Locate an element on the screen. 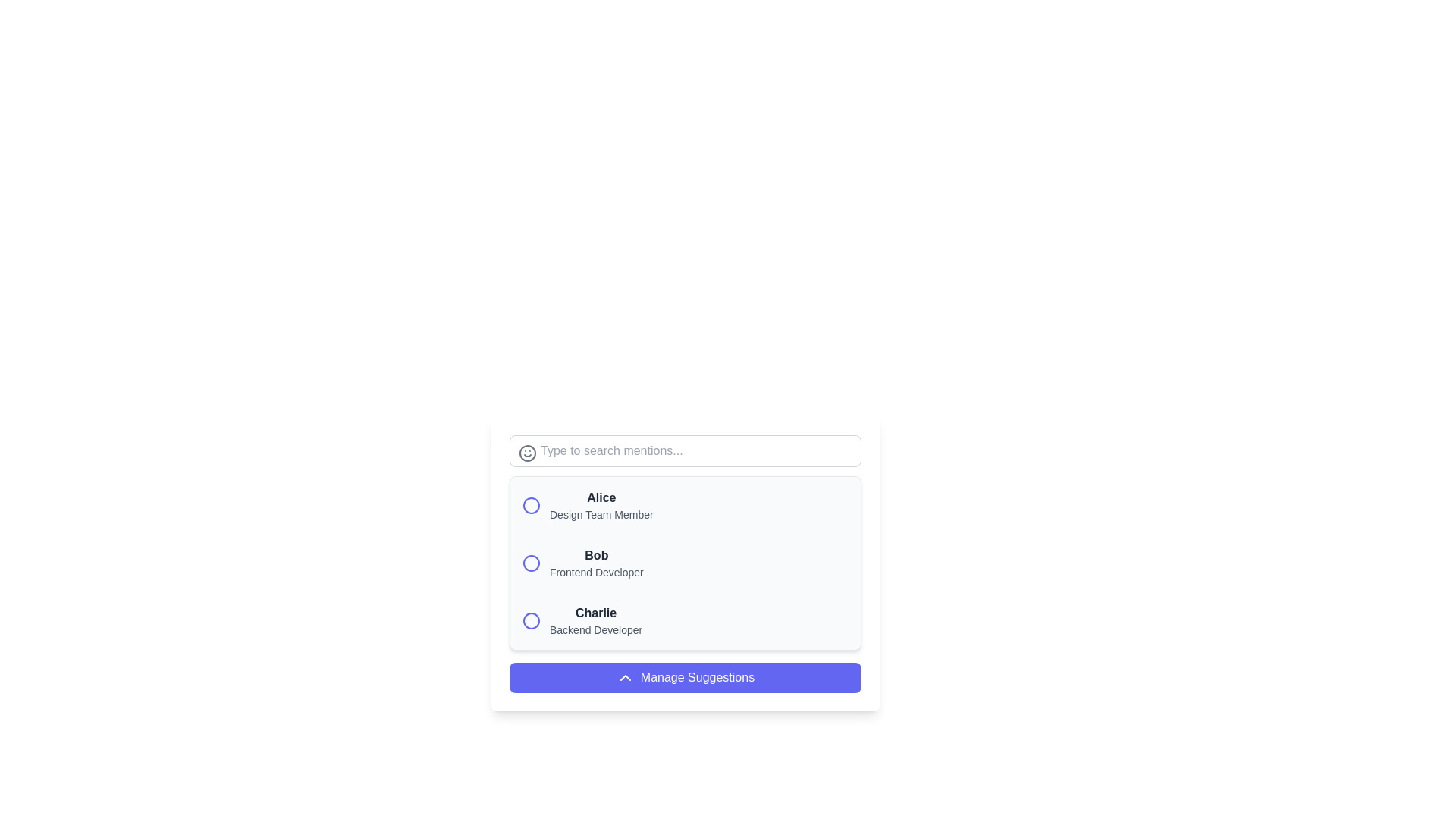 This screenshot has width=1456, height=819. the text display component that shows the name and role of a team member, located above the entries for 'Bob' and 'Charlie' is located at coordinates (600, 506).